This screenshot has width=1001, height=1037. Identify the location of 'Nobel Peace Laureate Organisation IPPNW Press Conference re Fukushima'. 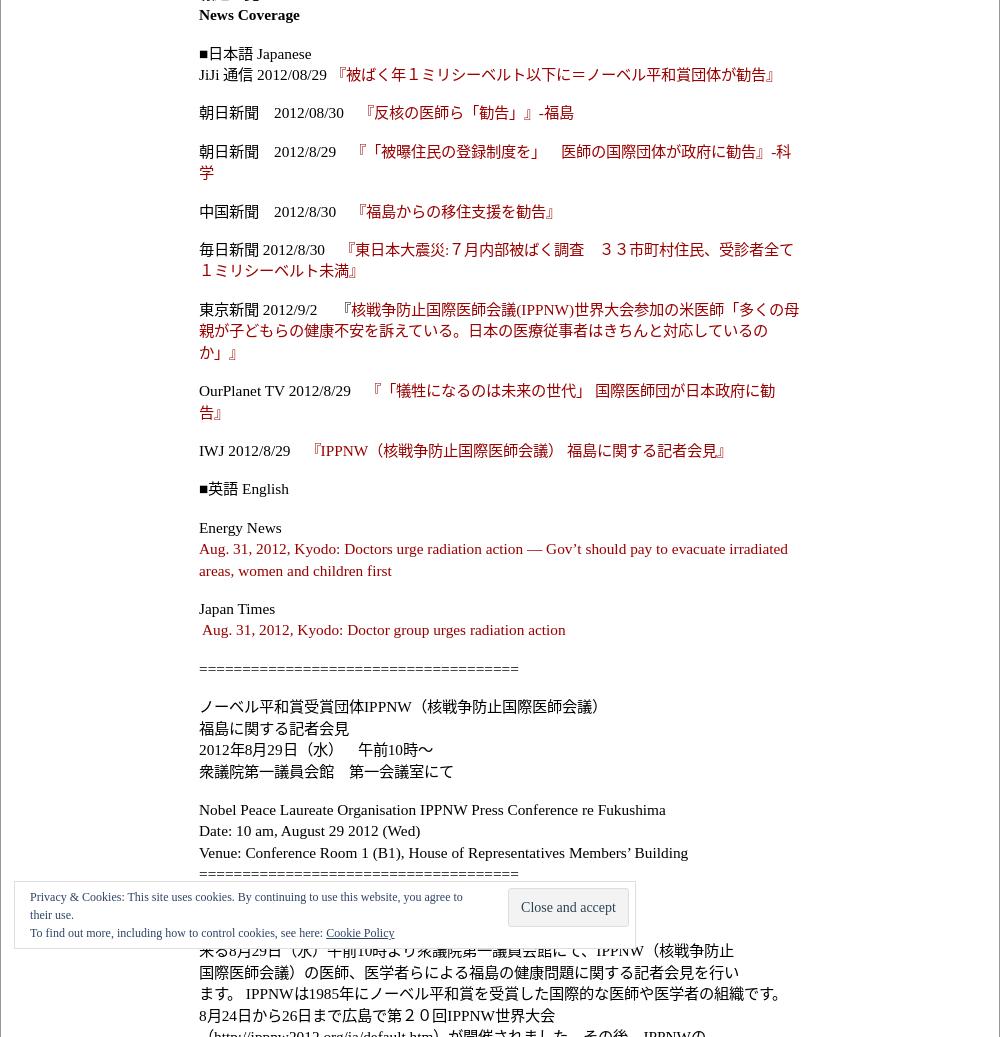
(432, 808).